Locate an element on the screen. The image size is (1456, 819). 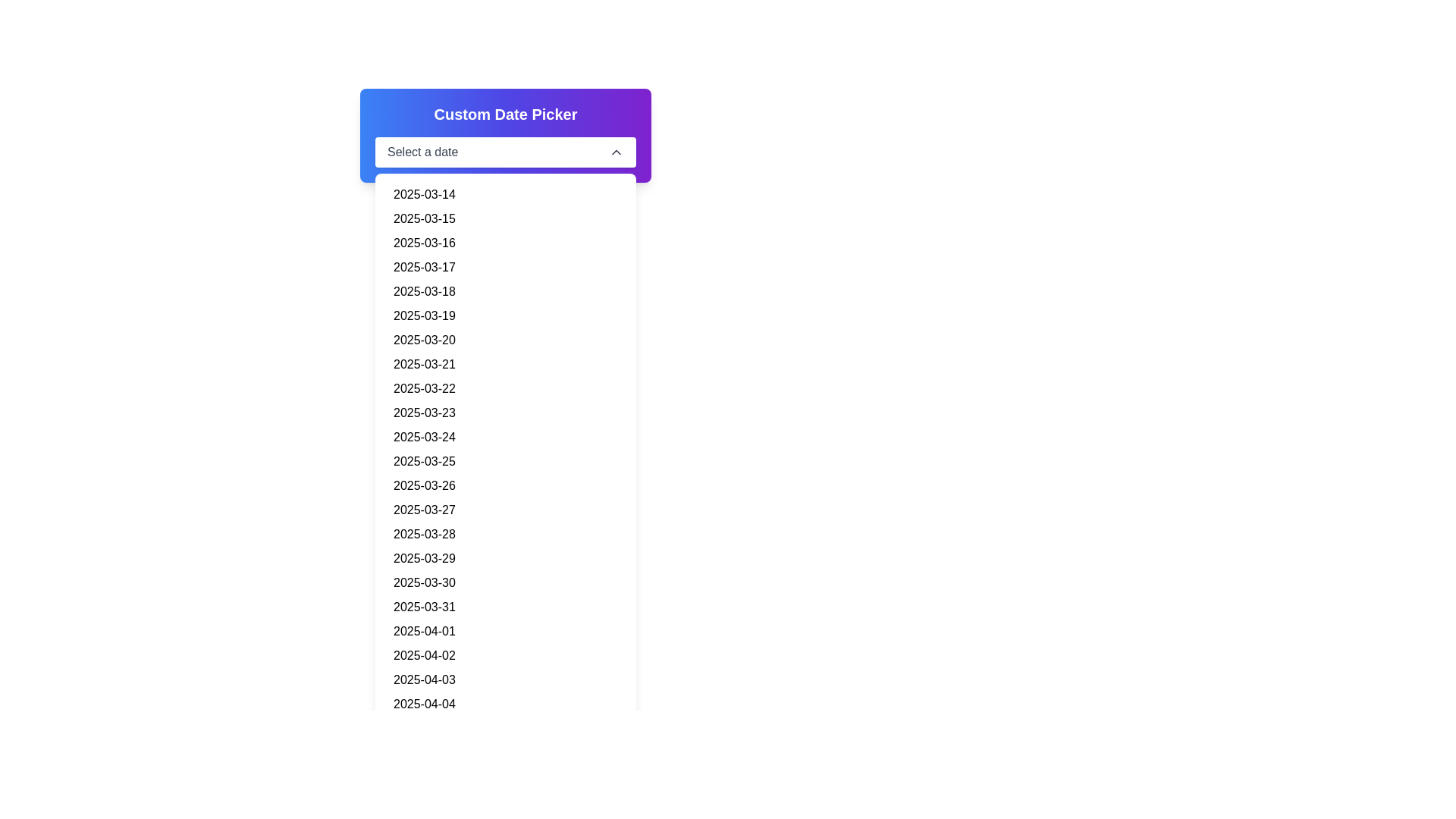
the list item representing the date '2025-03-17' in the dropdown menu, which is the fourth item in the list and located below '2025-03-16' and above '2025-03-18' is located at coordinates (506, 267).